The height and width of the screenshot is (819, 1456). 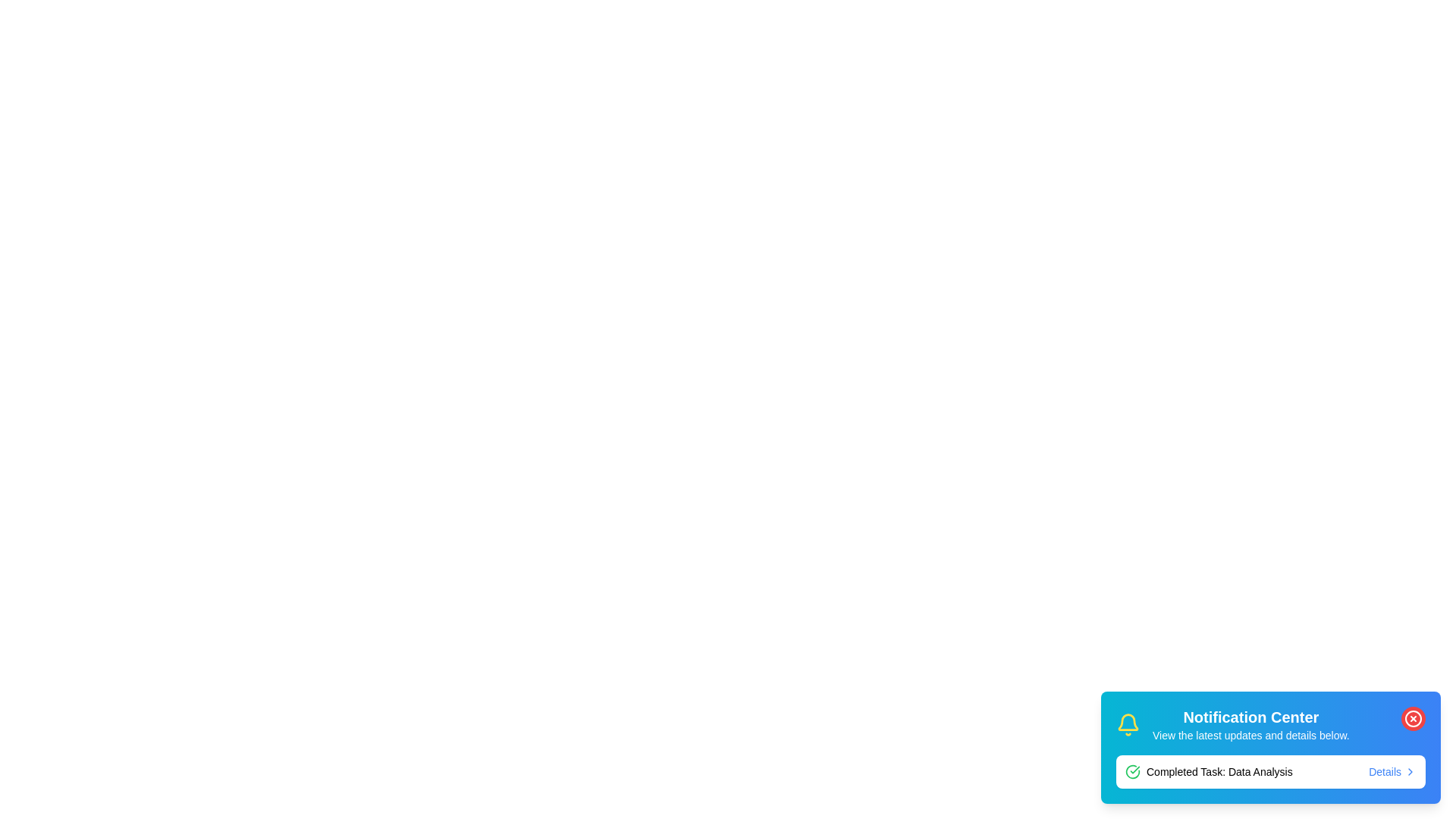 I want to click on red close button to dismiss the notification, so click(x=1412, y=718).